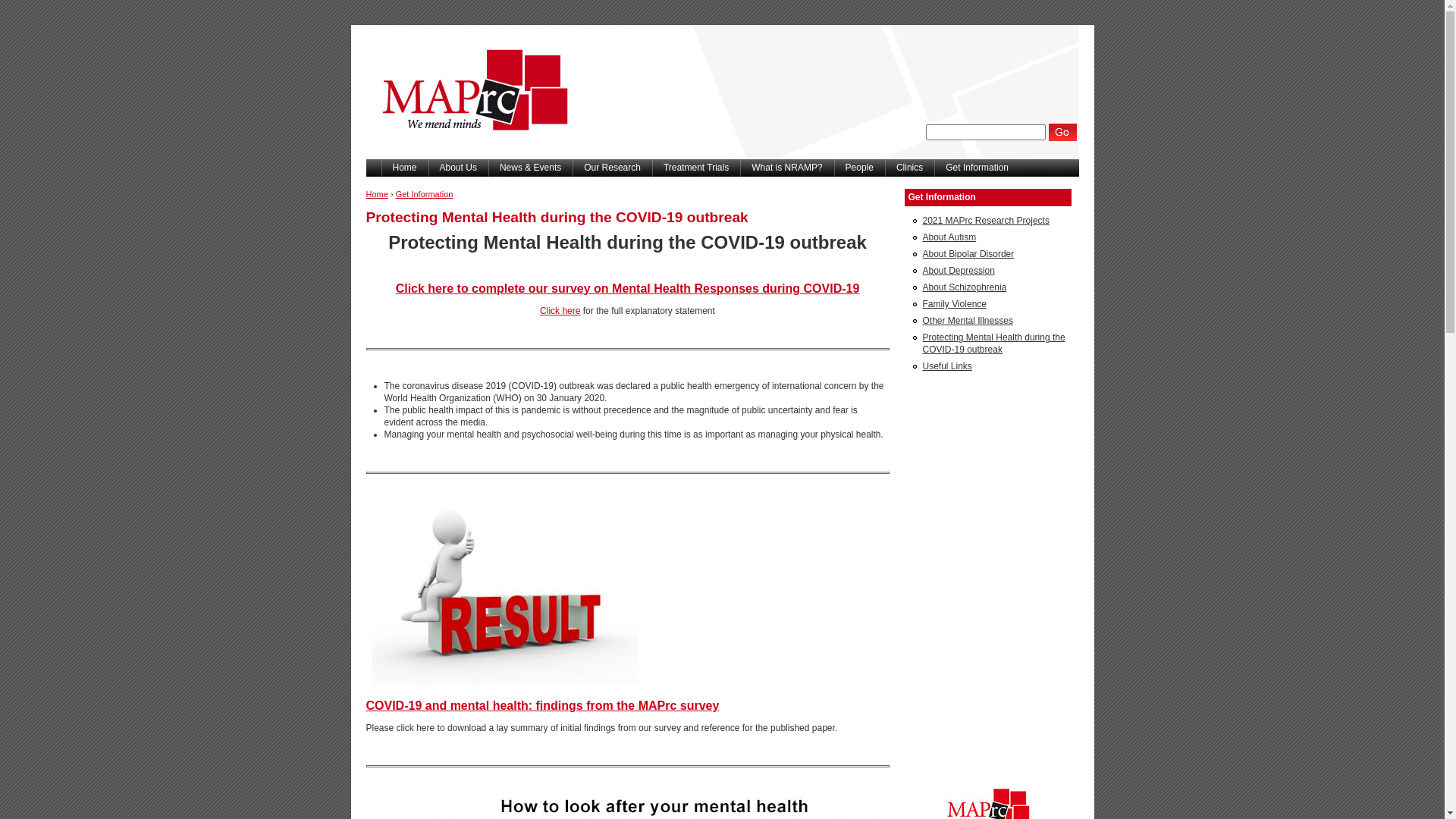  What do you see at coordinates (946, 366) in the screenshot?
I see `'Useful Links'` at bounding box center [946, 366].